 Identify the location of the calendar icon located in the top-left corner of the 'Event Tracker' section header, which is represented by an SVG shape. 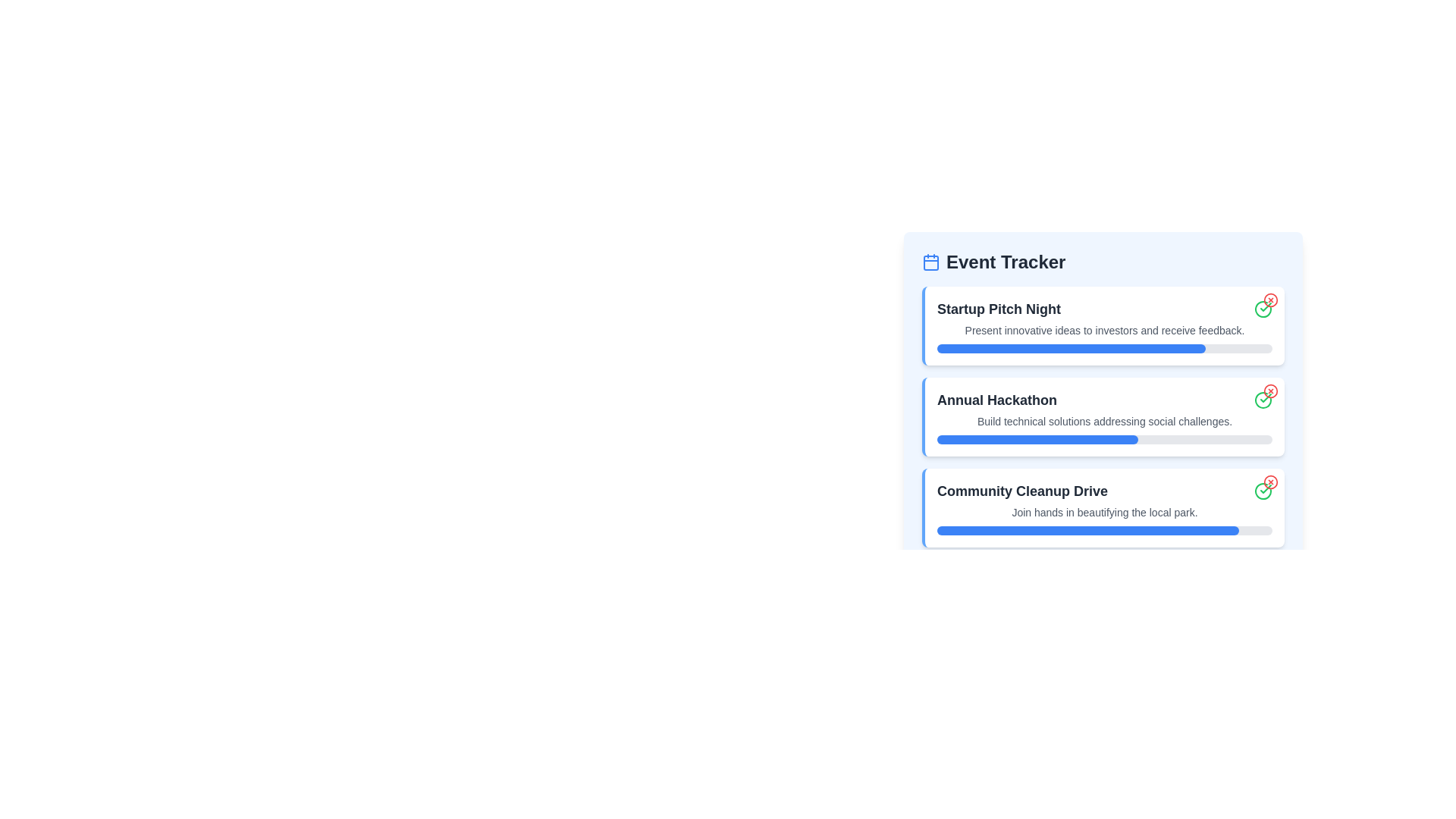
(930, 262).